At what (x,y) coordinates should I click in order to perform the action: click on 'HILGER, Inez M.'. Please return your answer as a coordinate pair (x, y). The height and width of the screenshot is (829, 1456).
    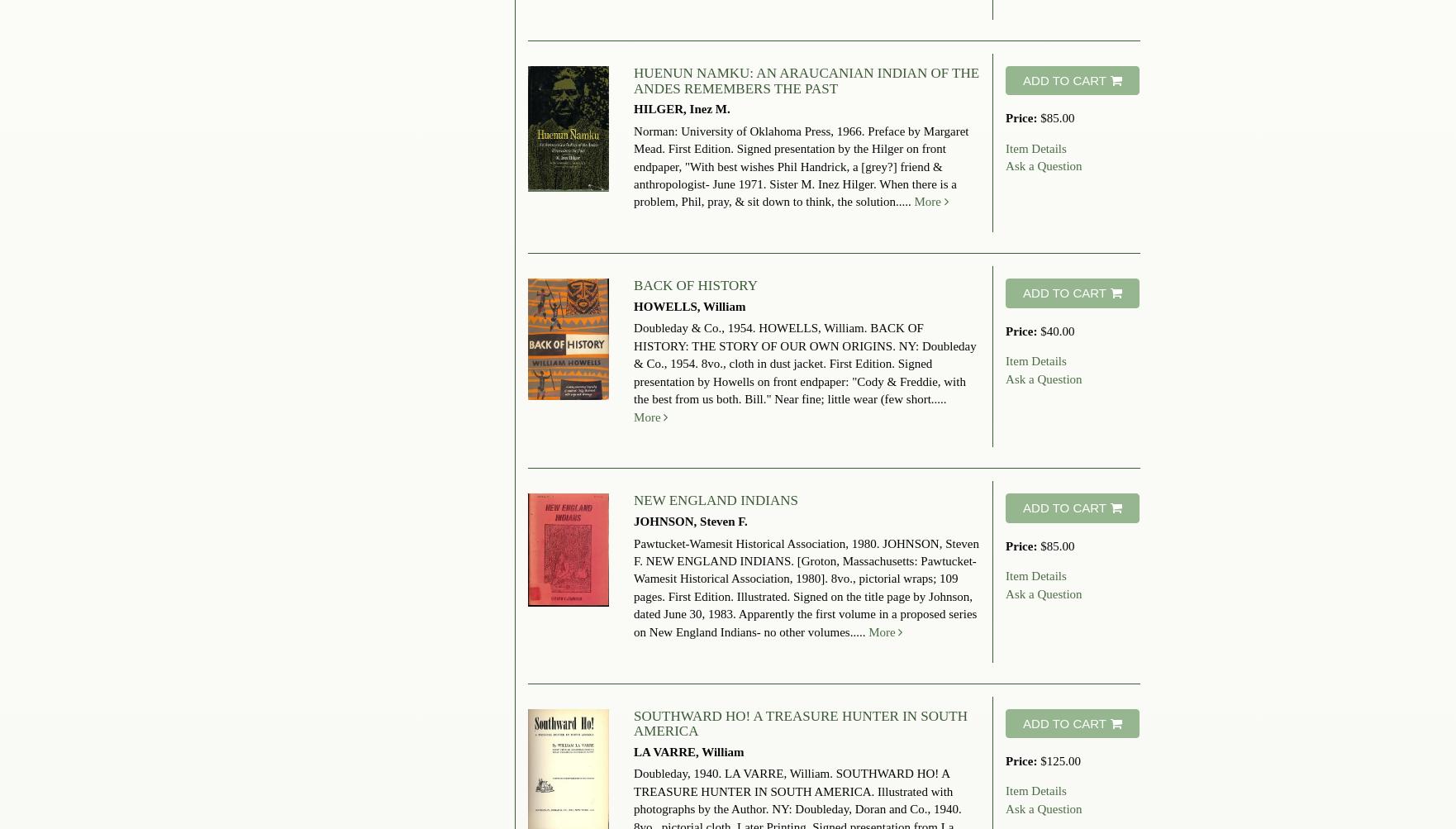
    Looking at the image, I should click on (632, 107).